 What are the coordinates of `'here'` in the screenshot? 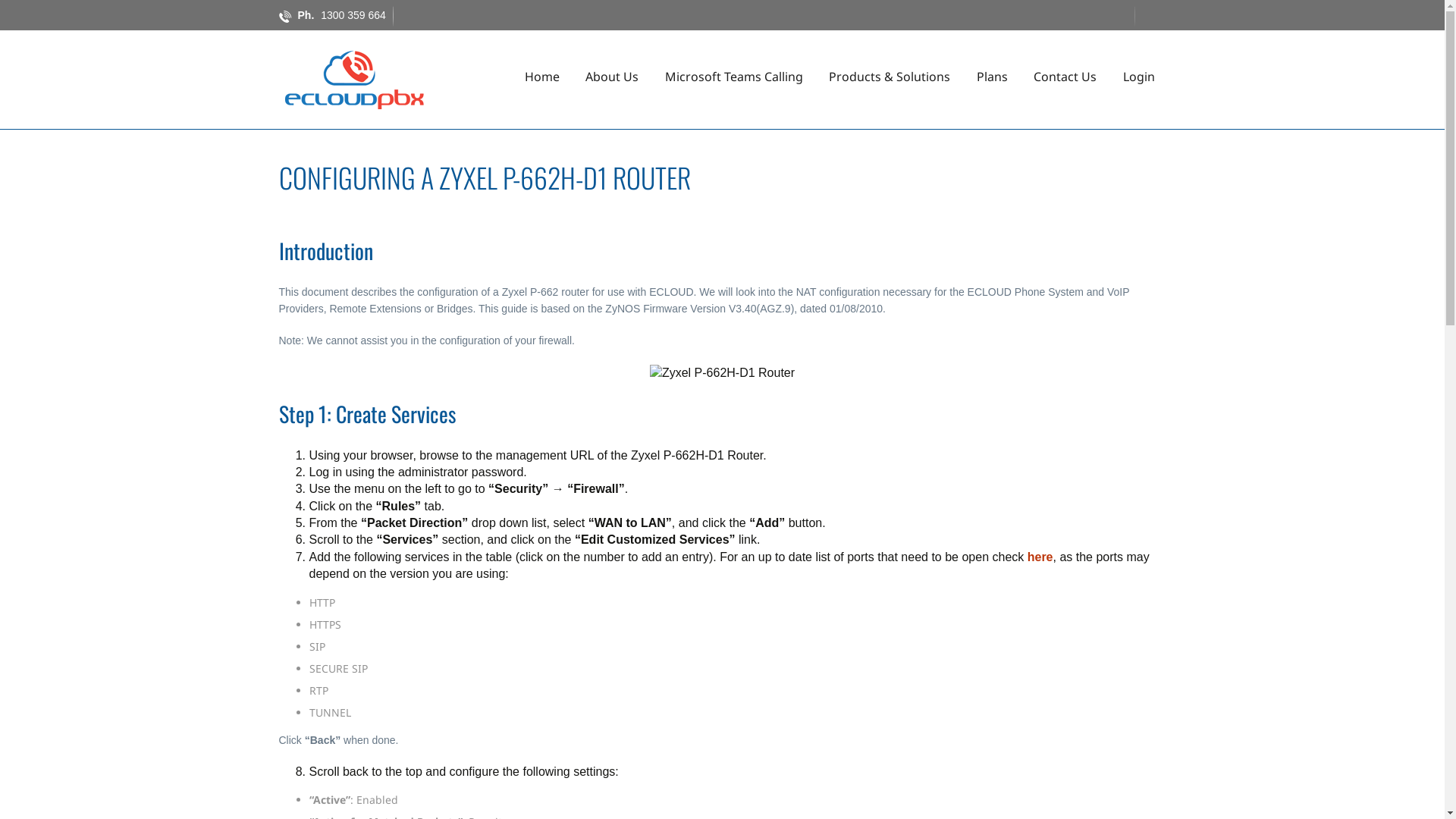 It's located at (1040, 557).